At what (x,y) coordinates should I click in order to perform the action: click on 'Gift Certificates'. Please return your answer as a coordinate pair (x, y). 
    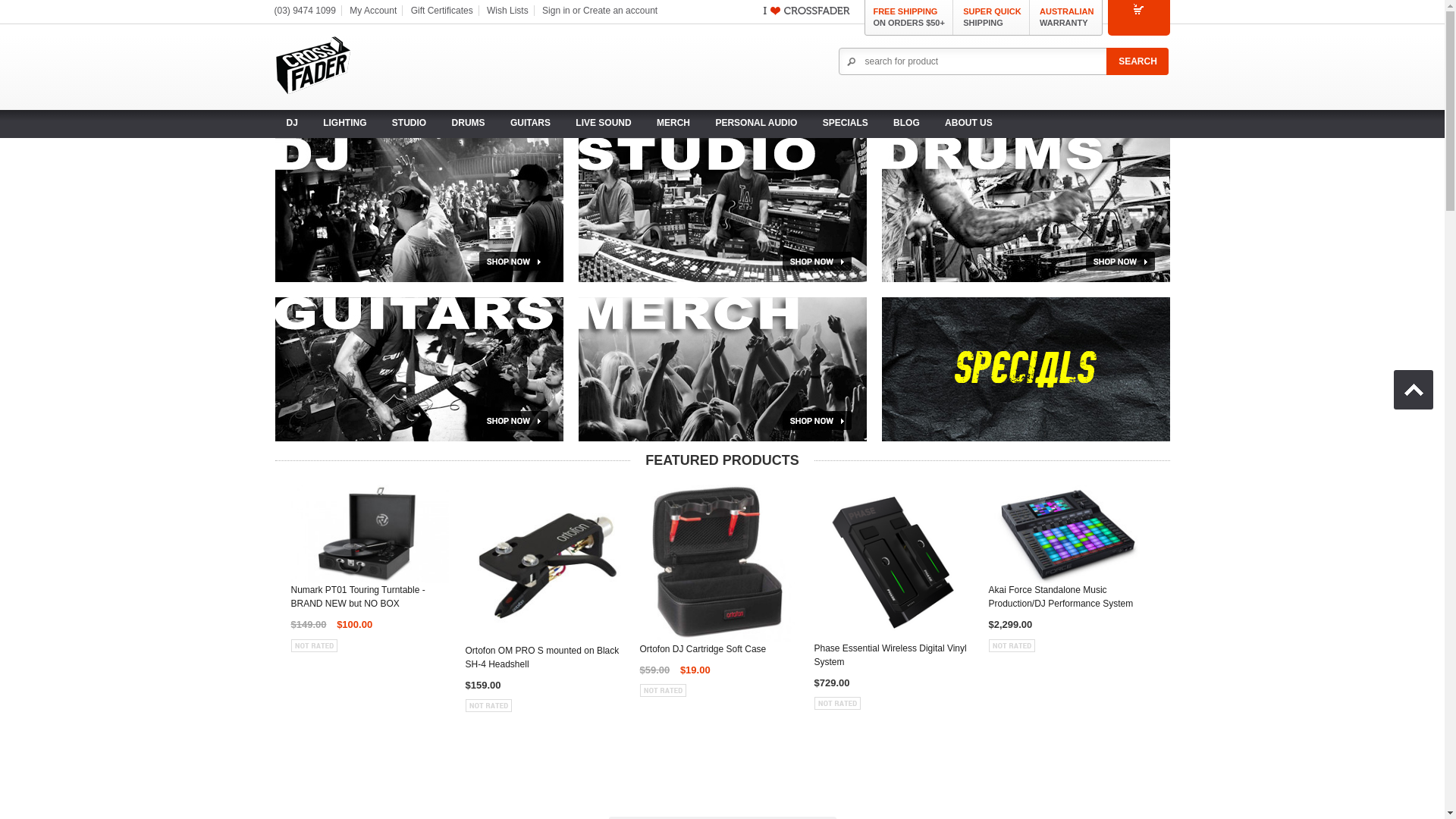
    Looking at the image, I should click on (441, 11).